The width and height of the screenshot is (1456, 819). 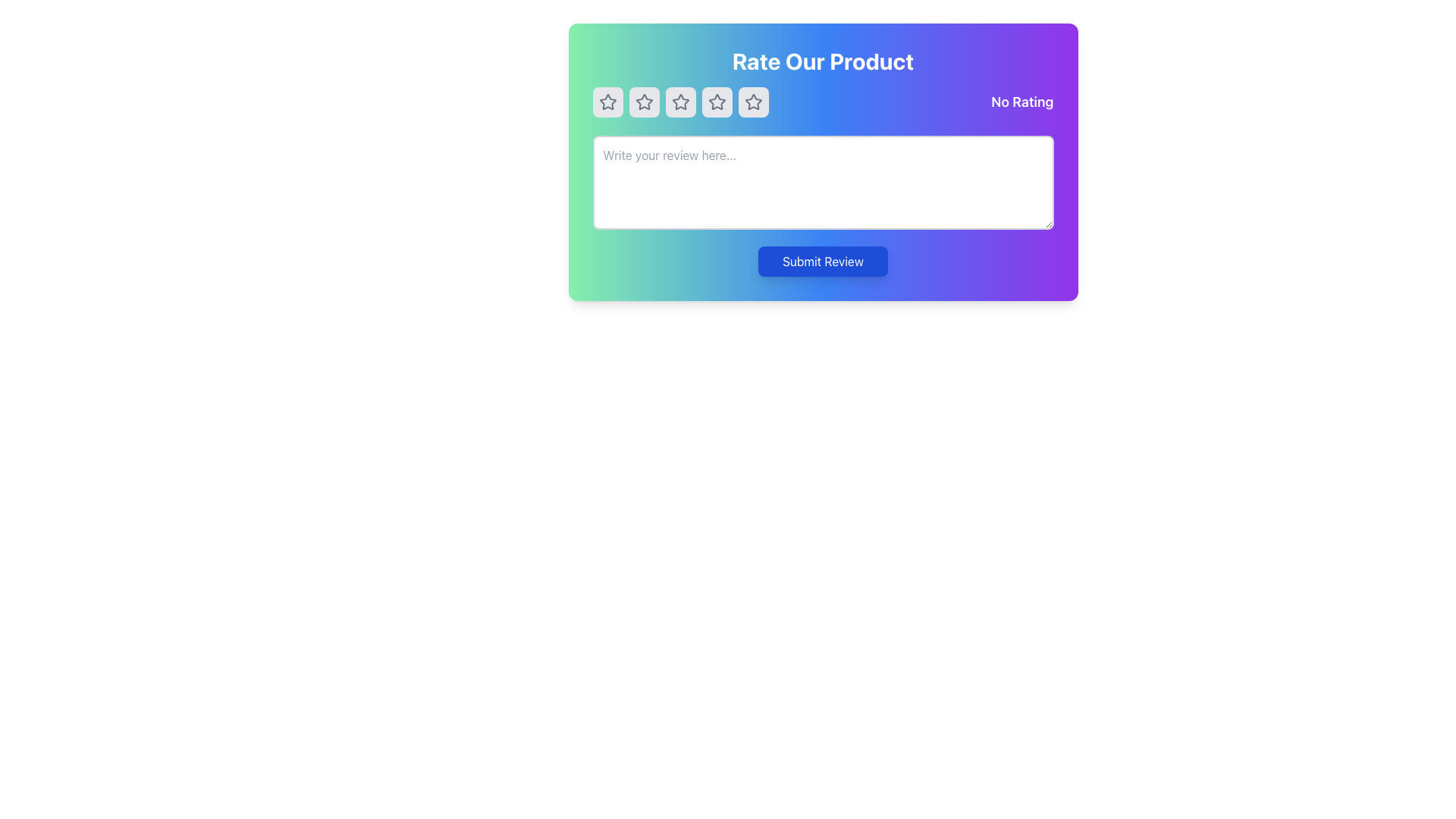 I want to click on the first star icon in the 'Rate Our Product' section, so click(x=607, y=102).